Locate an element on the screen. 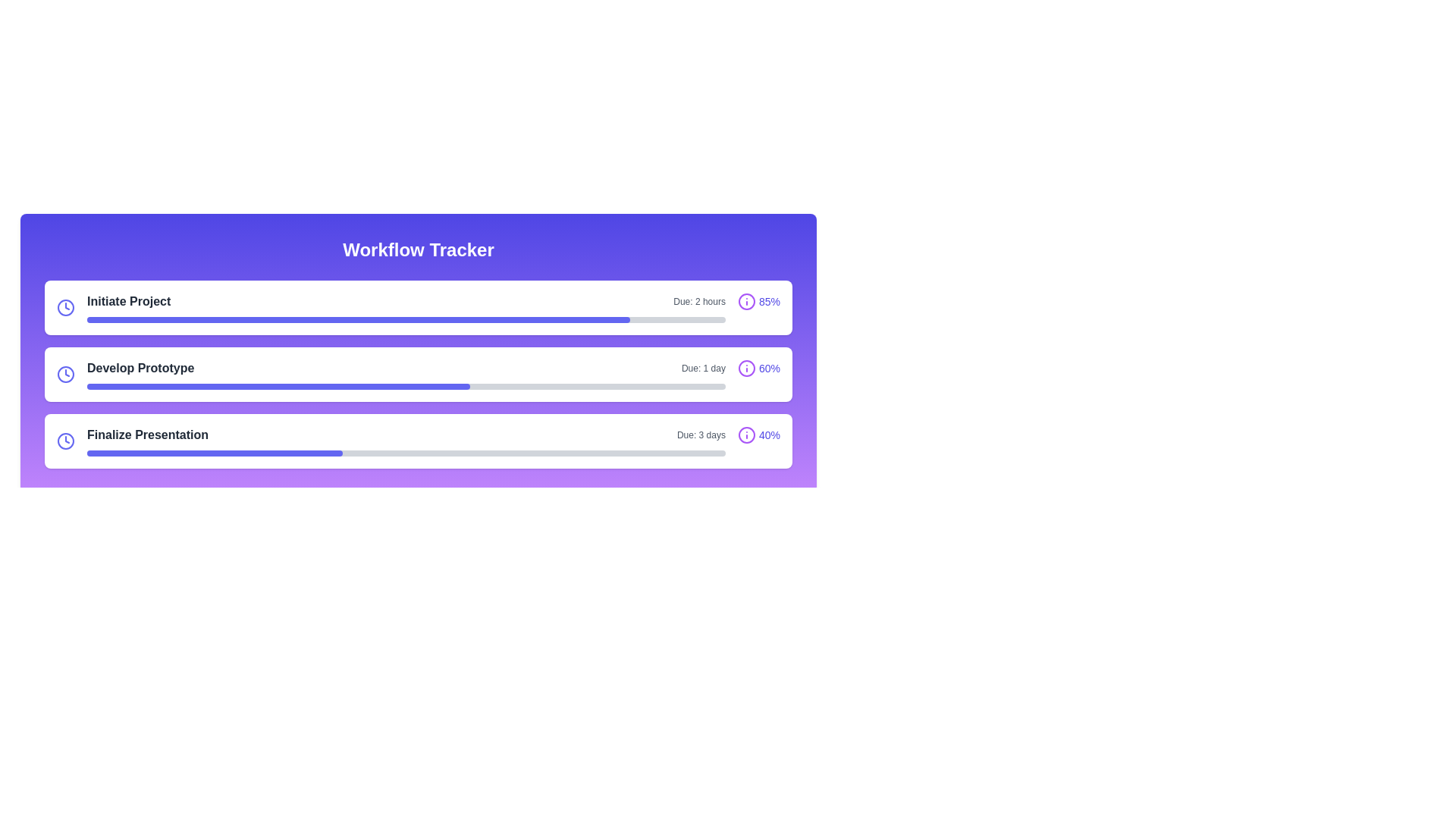 This screenshot has width=1456, height=819. the indigo progress indicator bar located within the 'Develop Prototype' section of the workflow tracker is located at coordinates (278, 385).